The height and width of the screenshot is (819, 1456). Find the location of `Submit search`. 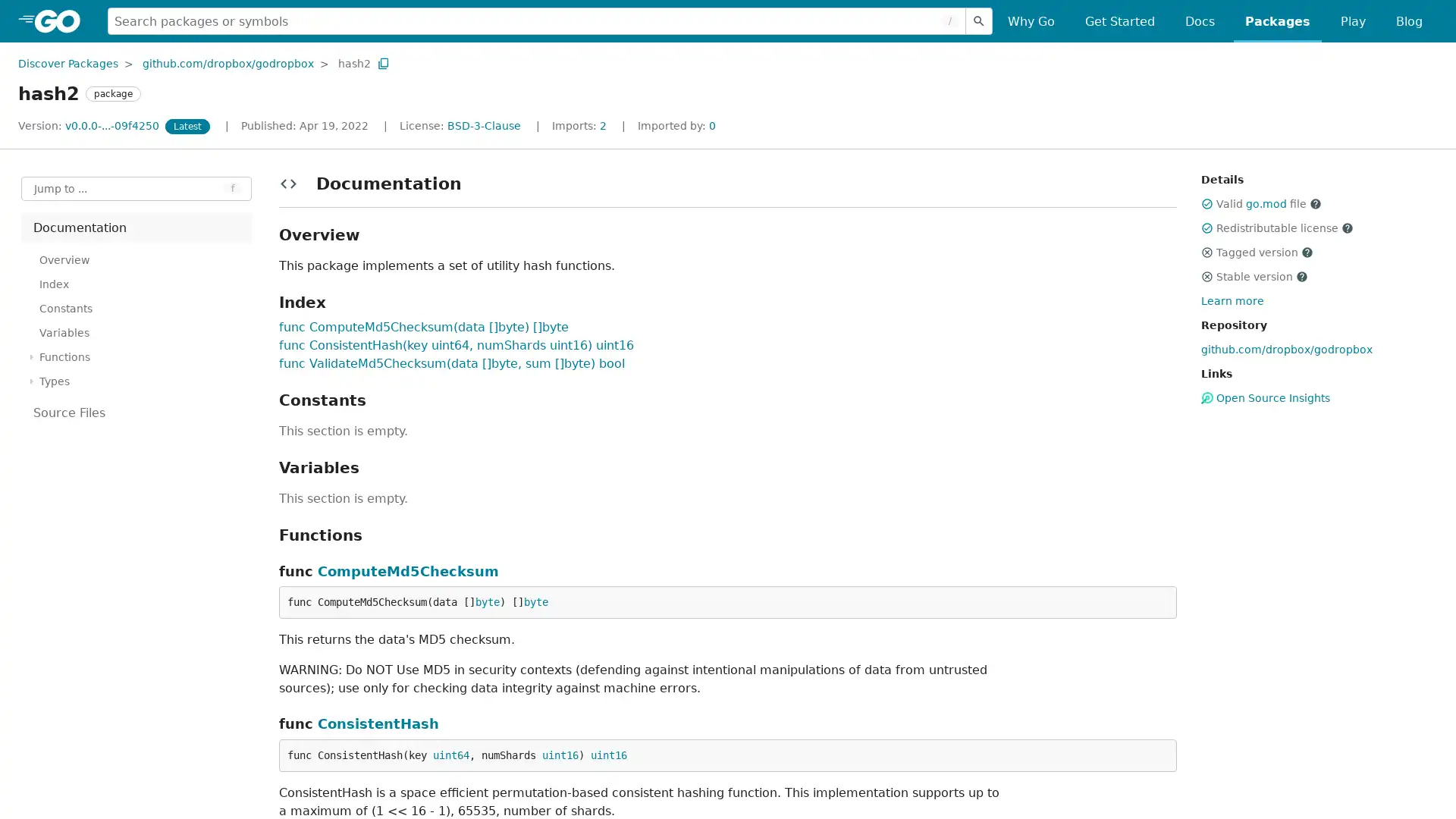

Submit search is located at coordinates (979, 20).